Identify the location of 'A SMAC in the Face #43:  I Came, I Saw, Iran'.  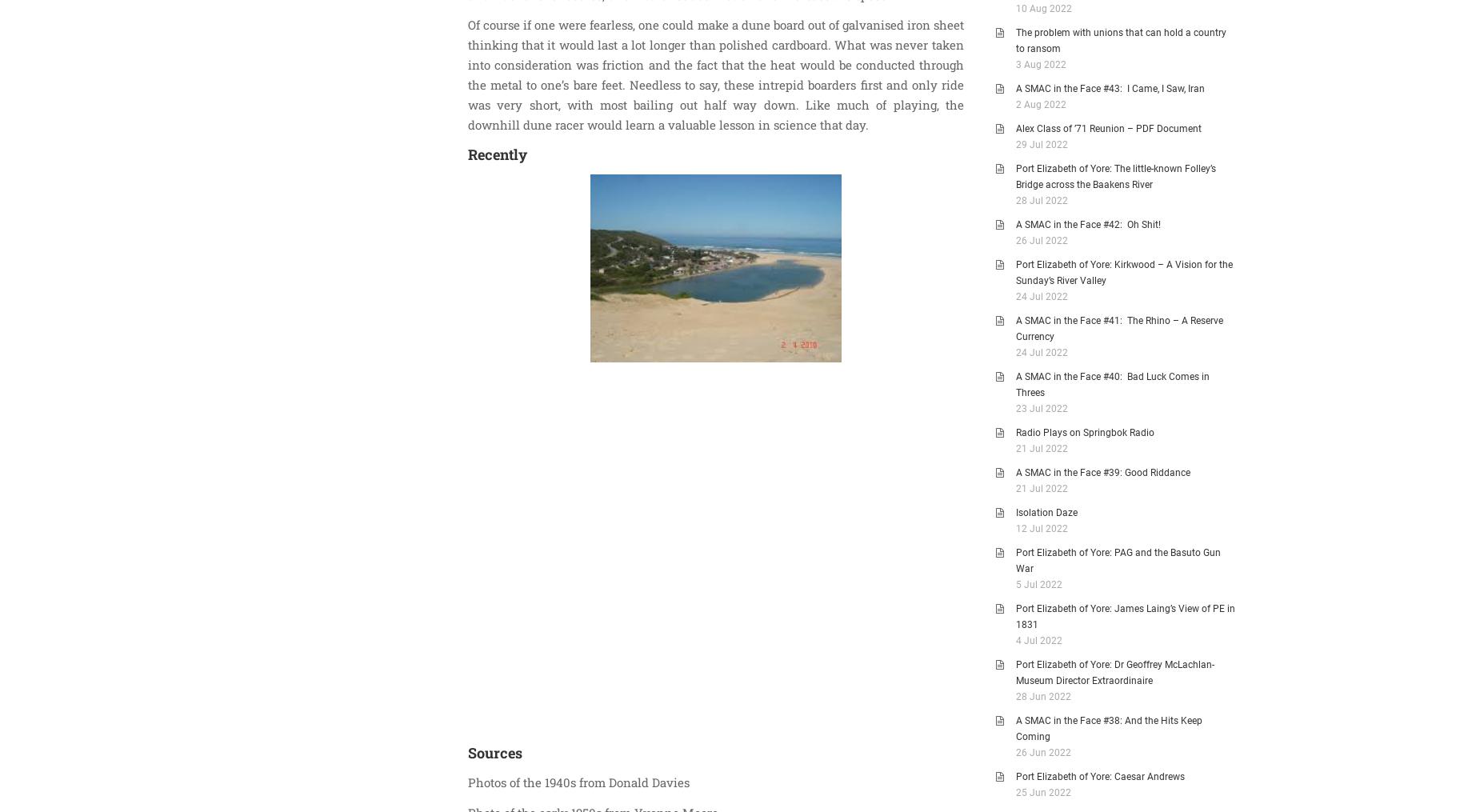
(1015, 89).